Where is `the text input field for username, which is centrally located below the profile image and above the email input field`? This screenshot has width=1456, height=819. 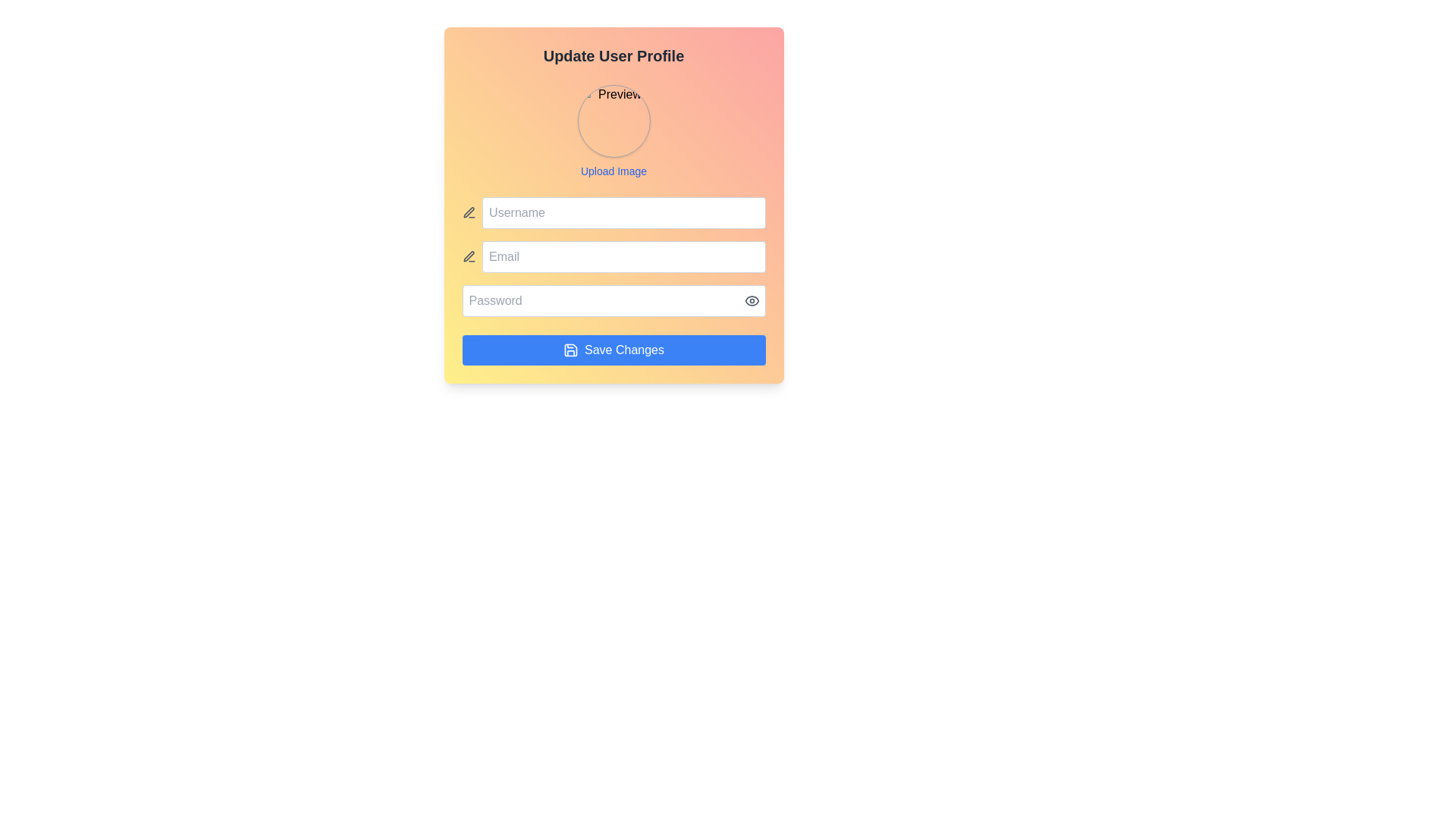
the text input field for username, which is centrally located below the profile image and above the email input field is located at coordinates (613, 205).